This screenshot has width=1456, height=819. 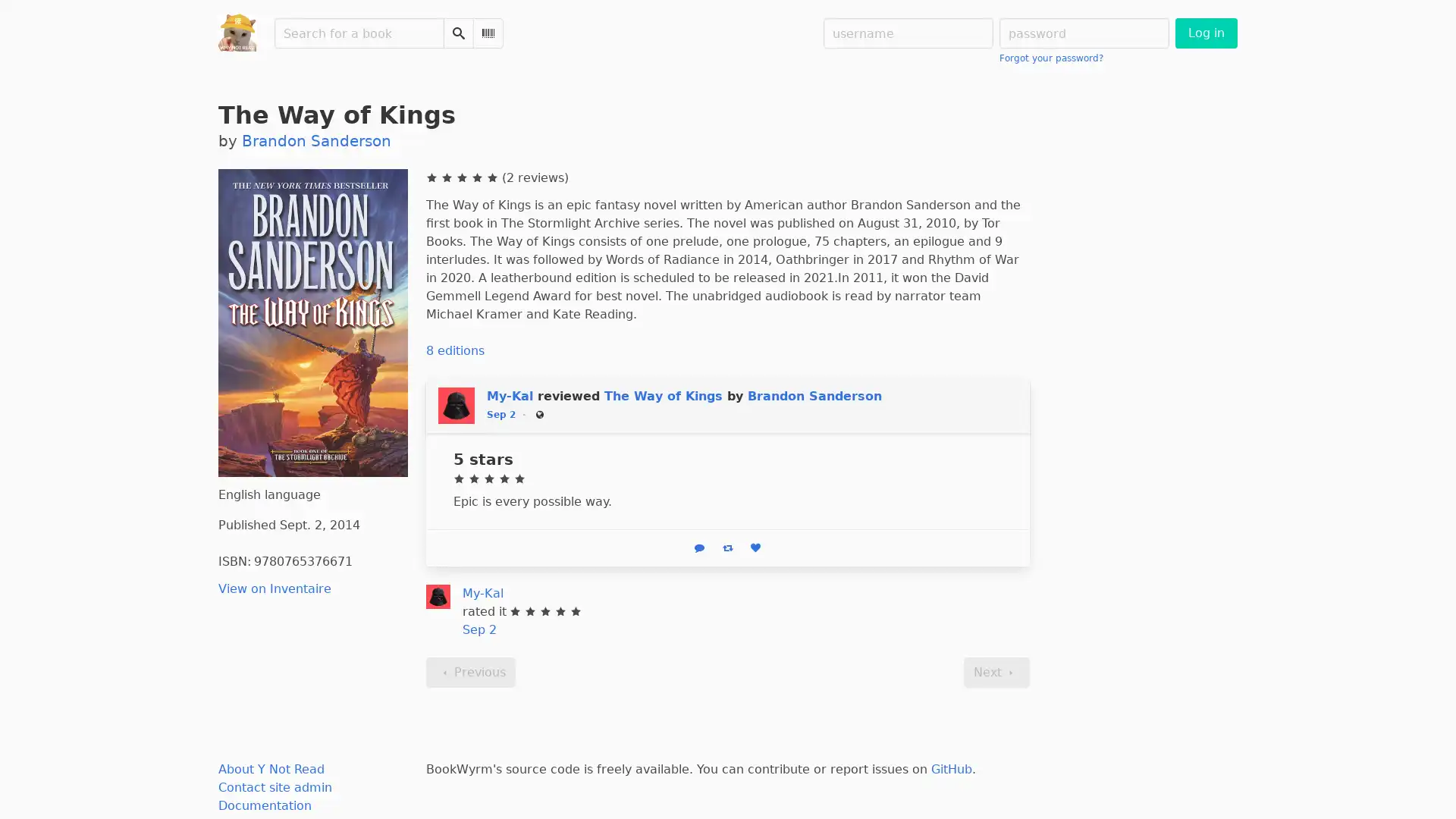 What do you see at coordinates (312, 322) in the screenshot?
I see `The Way of Kings (2014) Click to enlarge` at bounding box center [312, 322].